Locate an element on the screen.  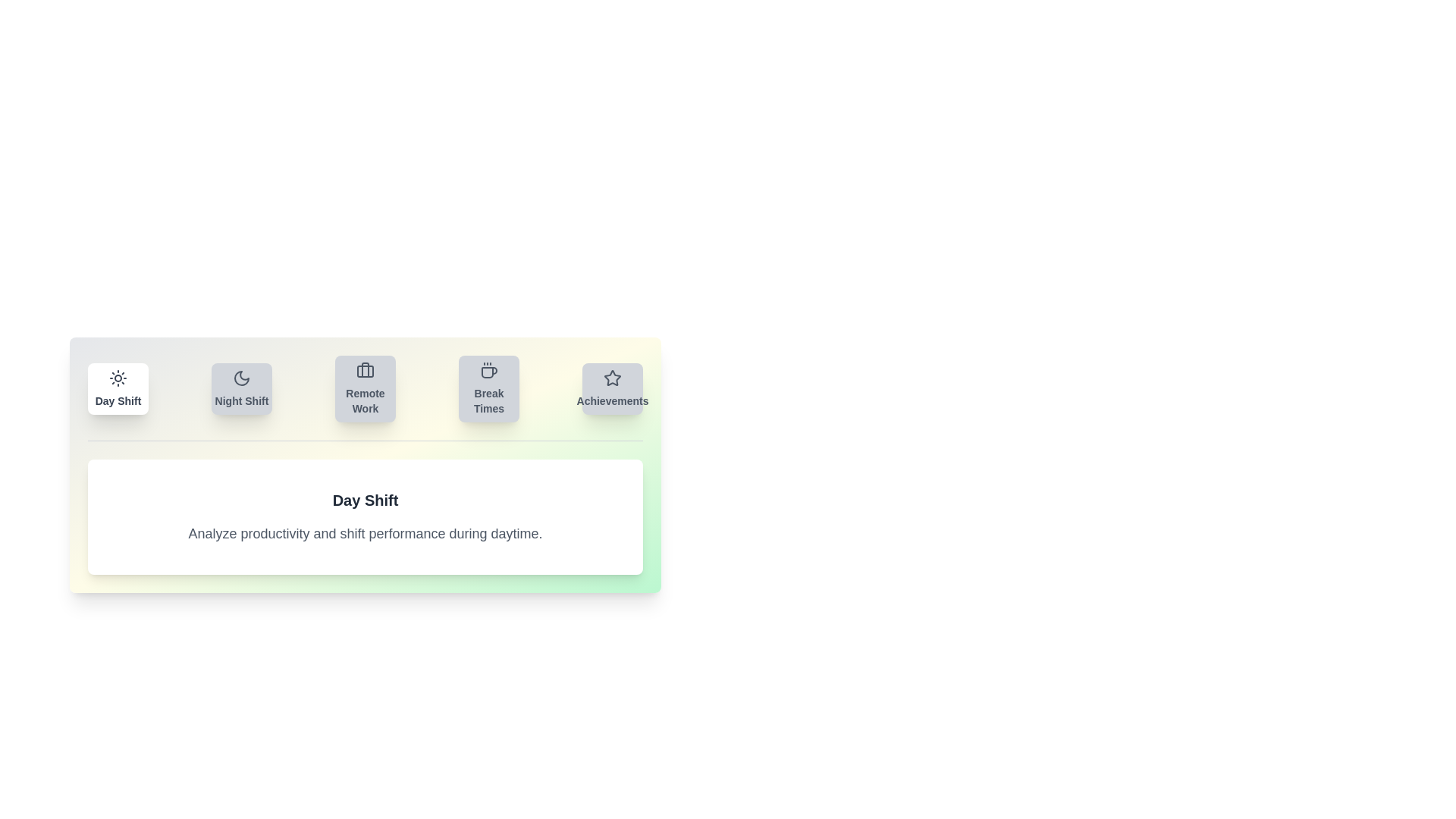
the tab labeled Night Shift to view its content is located at coordinates (240, 388).